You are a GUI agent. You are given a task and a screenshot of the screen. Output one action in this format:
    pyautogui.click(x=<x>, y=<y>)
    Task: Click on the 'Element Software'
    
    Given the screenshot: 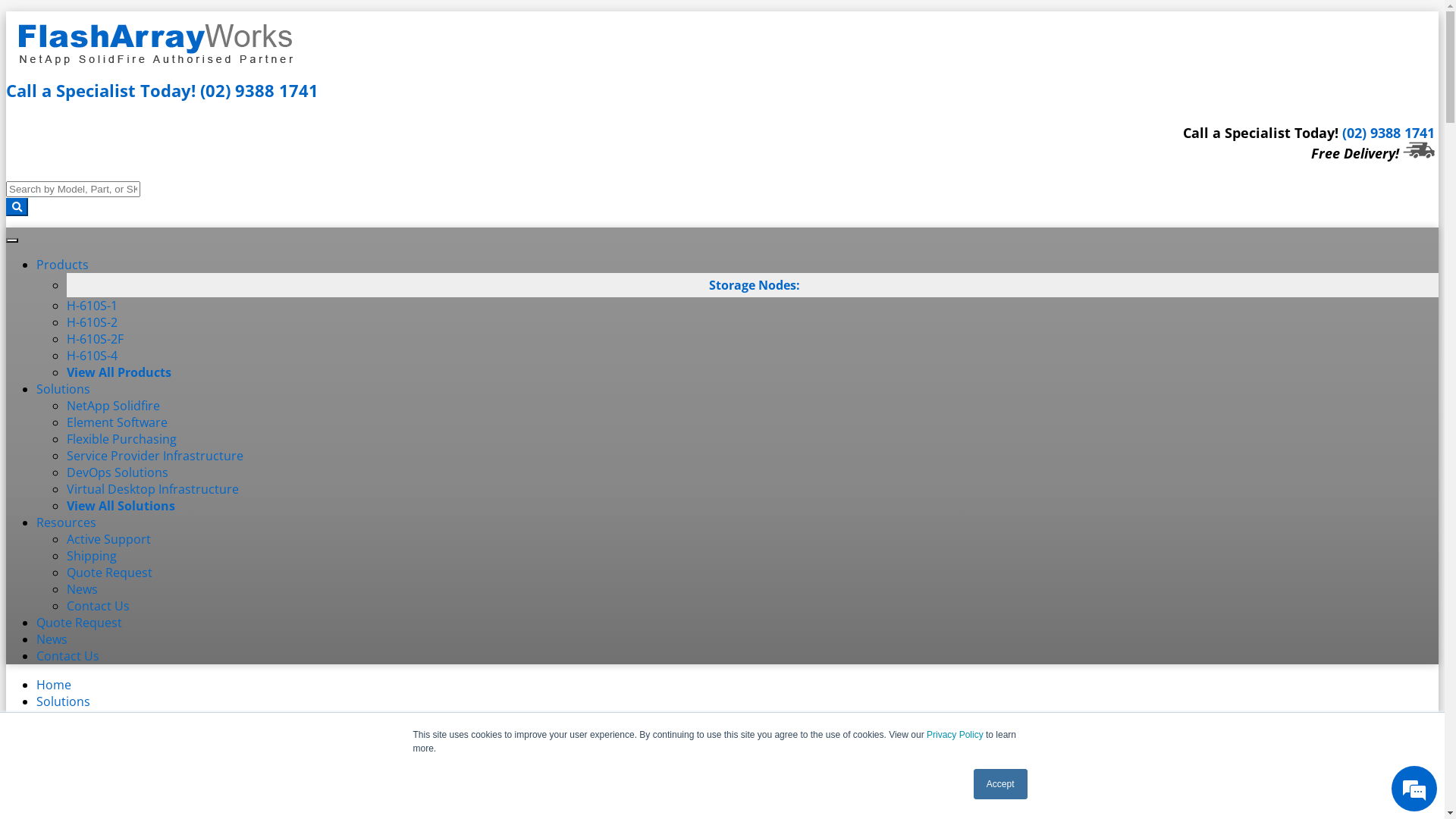 What is the action you would take?
    pyautogui.click(x=116, y=422)
    